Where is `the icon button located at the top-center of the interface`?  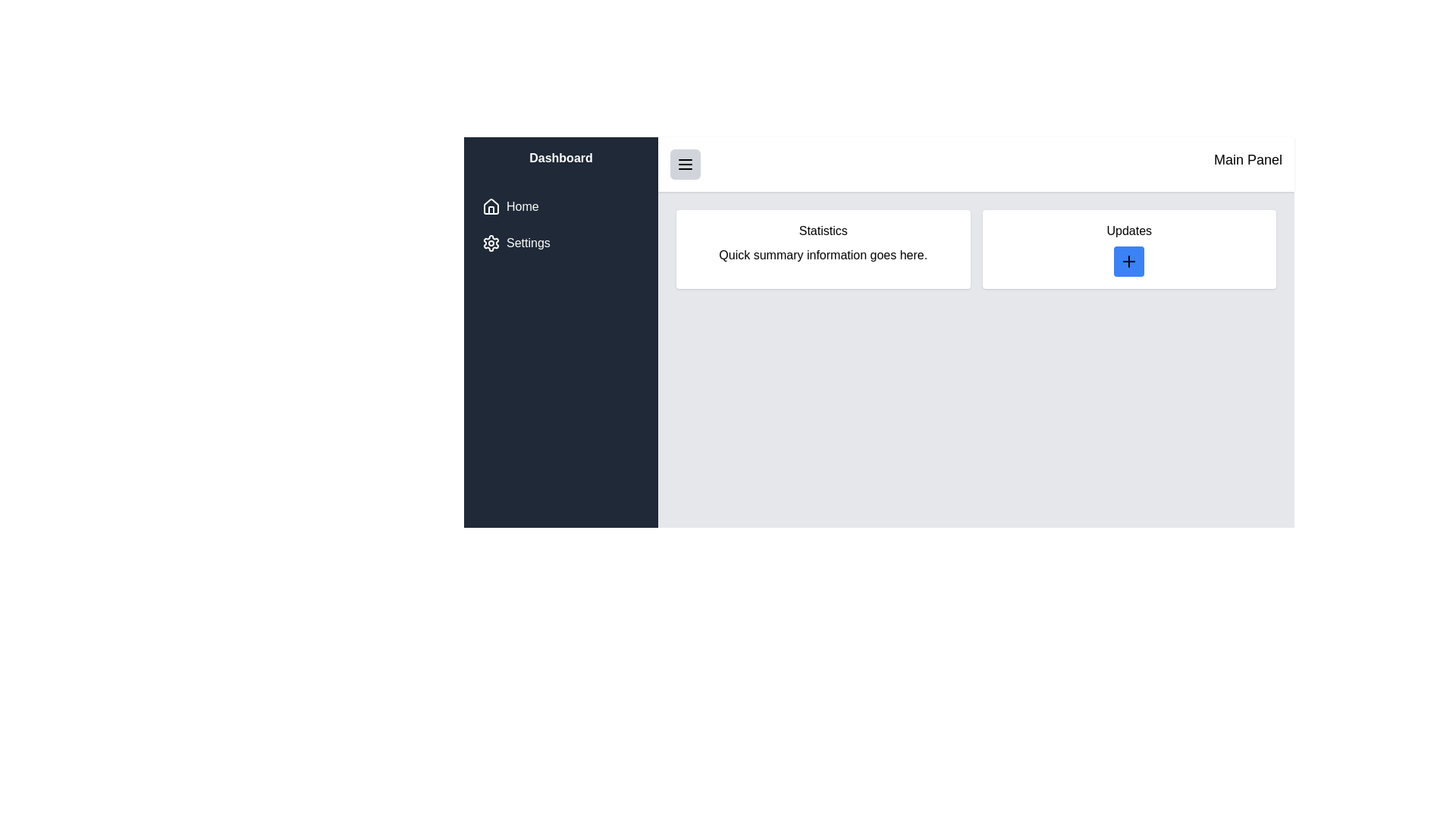
the icon button located at the top-center of the interface is located at coordinates (684, 164).